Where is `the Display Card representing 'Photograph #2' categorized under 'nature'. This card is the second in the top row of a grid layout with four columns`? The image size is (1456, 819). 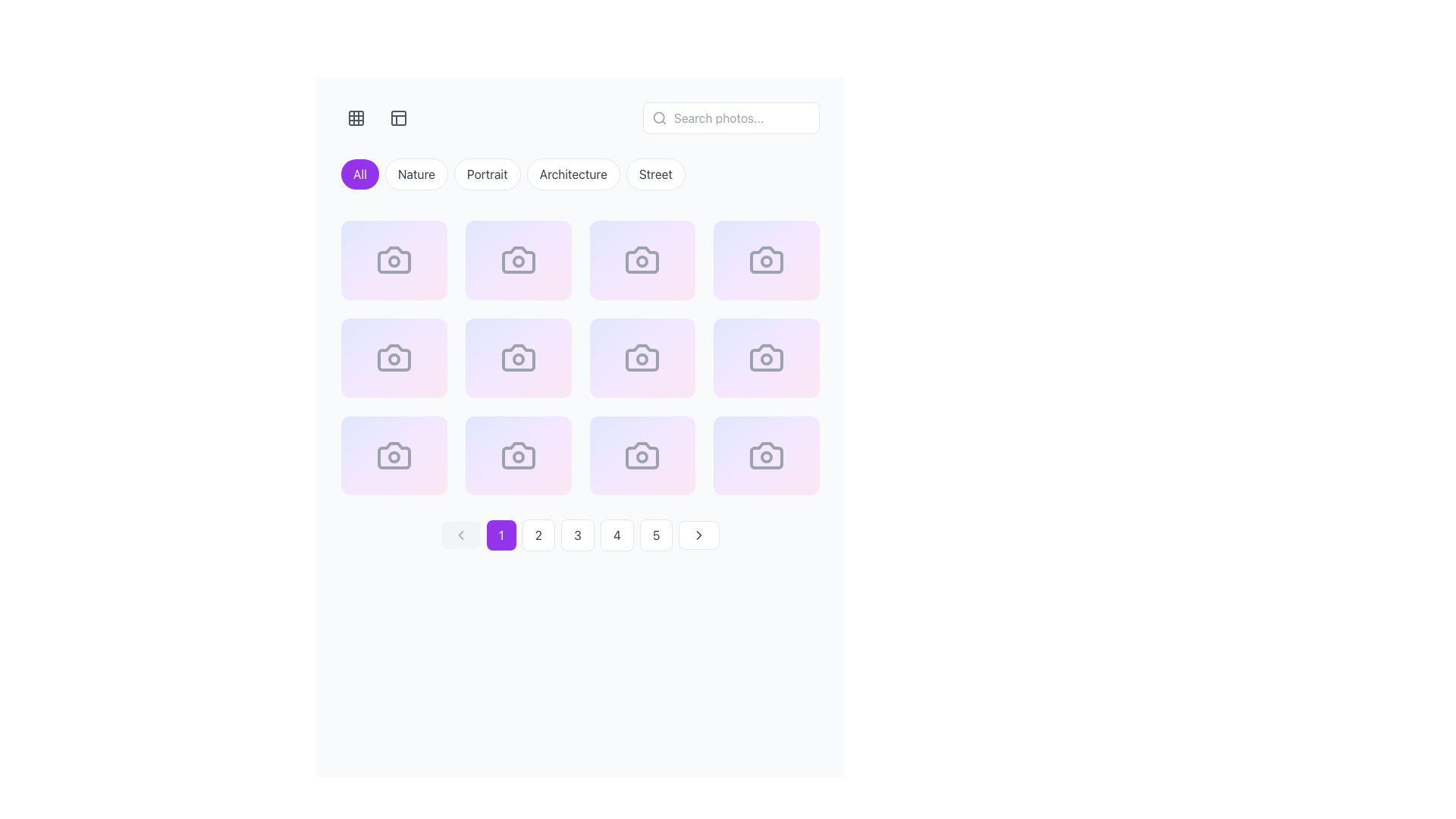 the Display Card representing 'Photograph #2' categorized under 'nature'. This card is the second in the top row of a grid layout with four columns is located at coordinates (518, 259).